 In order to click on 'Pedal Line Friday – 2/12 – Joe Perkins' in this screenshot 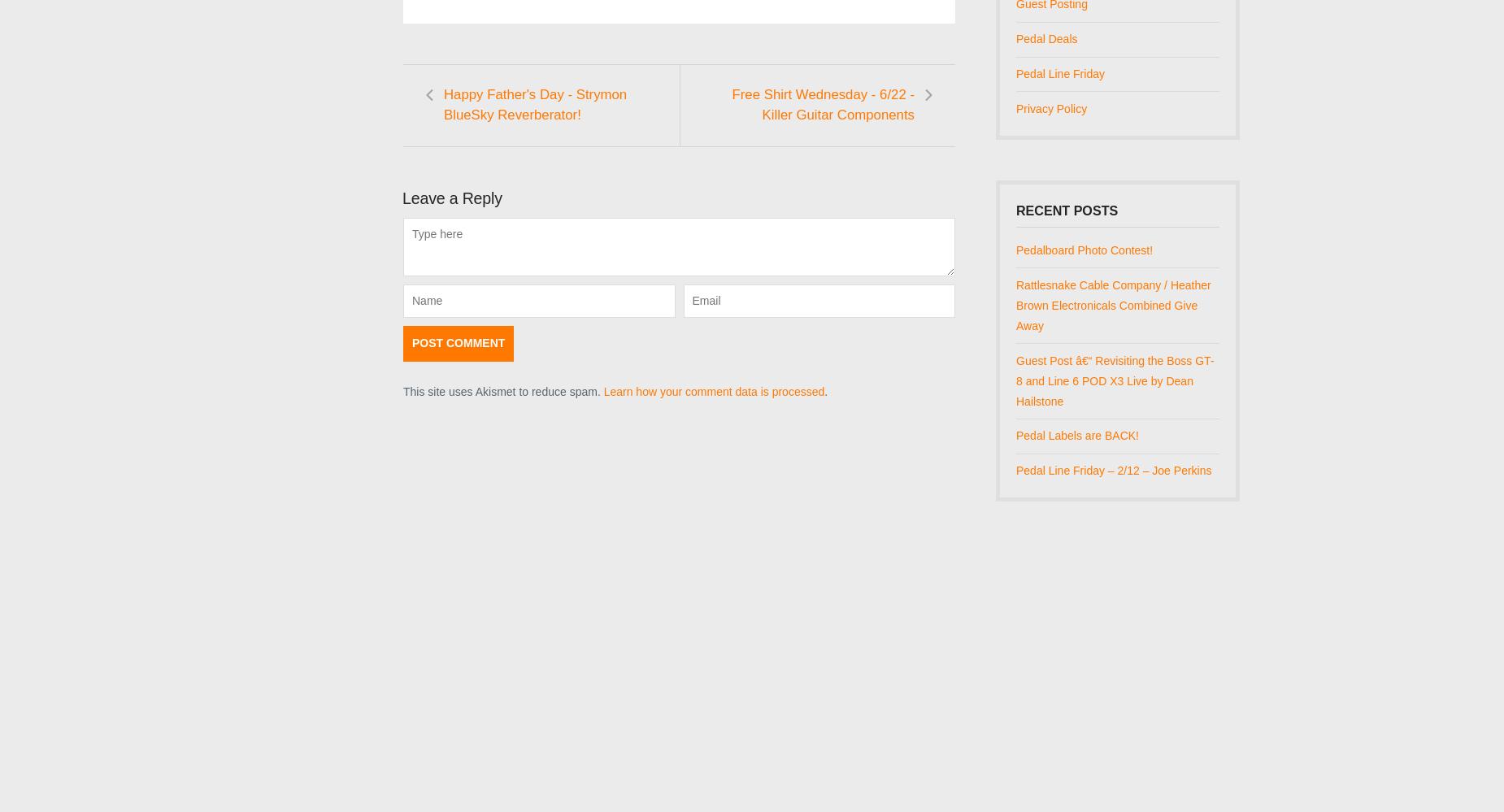, I will do `click(1112, 471)`.